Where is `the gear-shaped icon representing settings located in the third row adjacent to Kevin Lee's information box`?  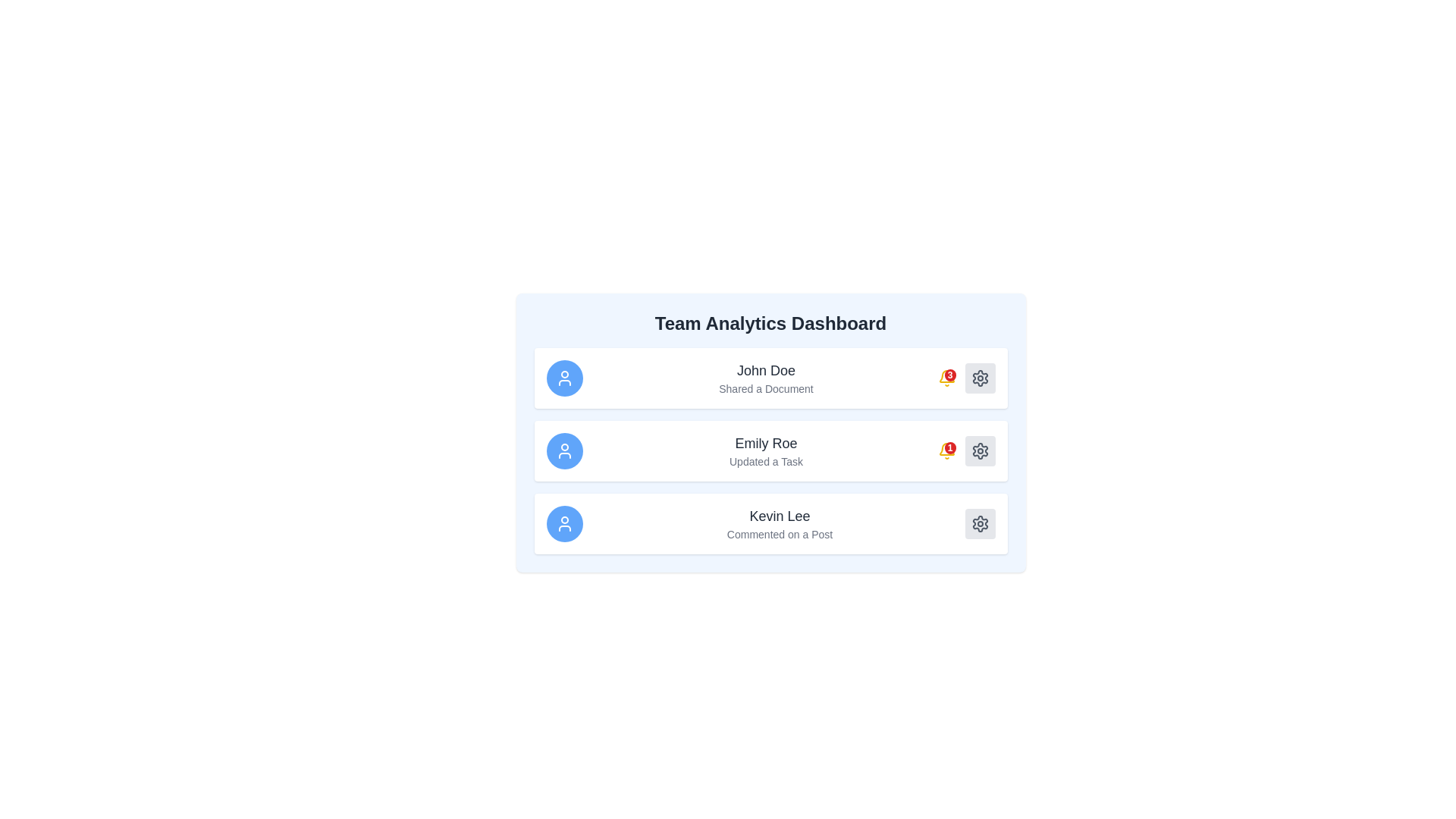 the gear-shaped icon representing settings located in the third row adjacent to Kevin Lee's information box is located at coordinates (980, 522).